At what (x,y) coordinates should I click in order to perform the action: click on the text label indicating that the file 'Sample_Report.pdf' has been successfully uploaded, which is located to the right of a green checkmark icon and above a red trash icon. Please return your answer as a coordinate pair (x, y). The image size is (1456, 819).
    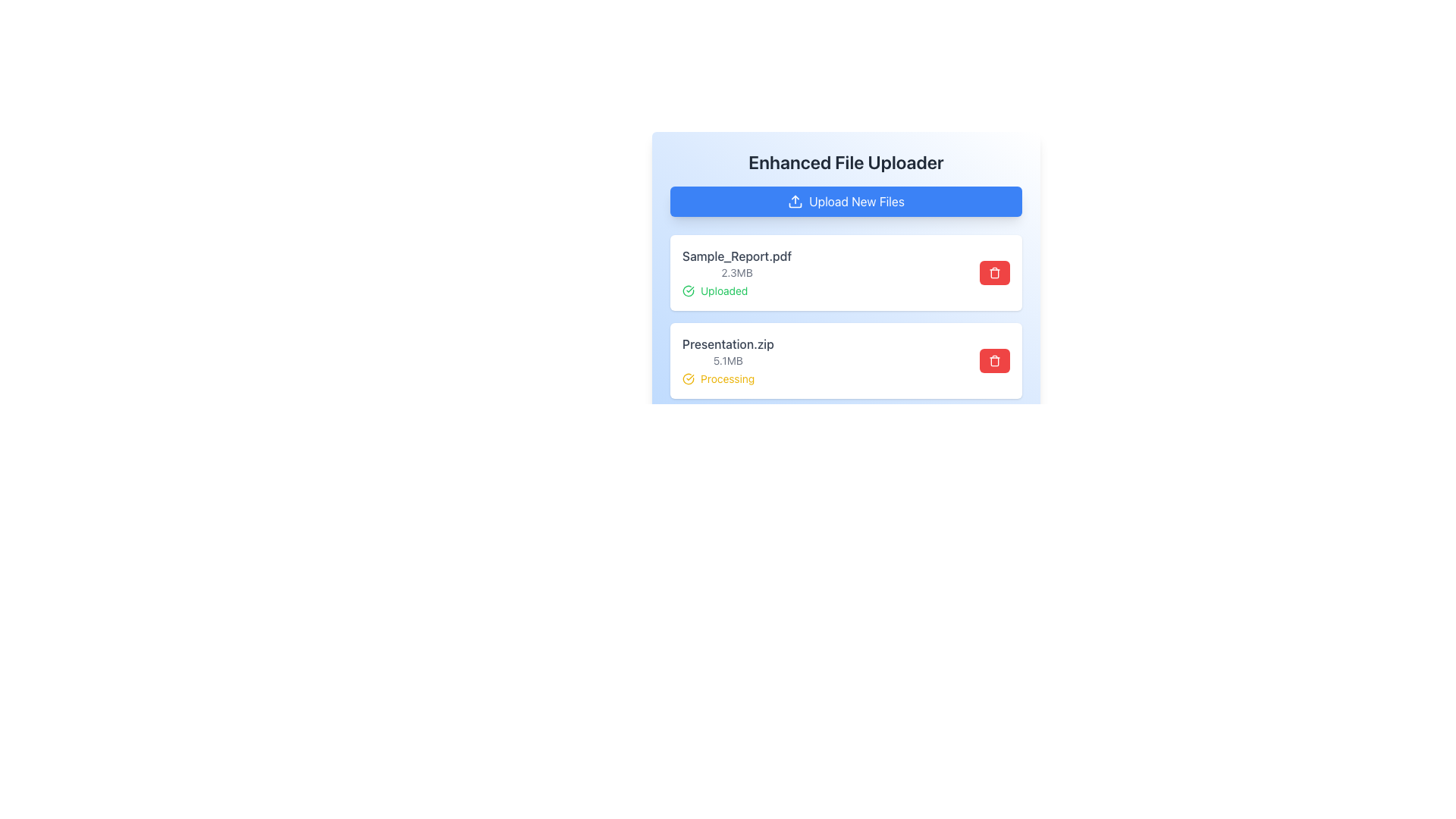
    Looking at the image, I should click on (723, 291).